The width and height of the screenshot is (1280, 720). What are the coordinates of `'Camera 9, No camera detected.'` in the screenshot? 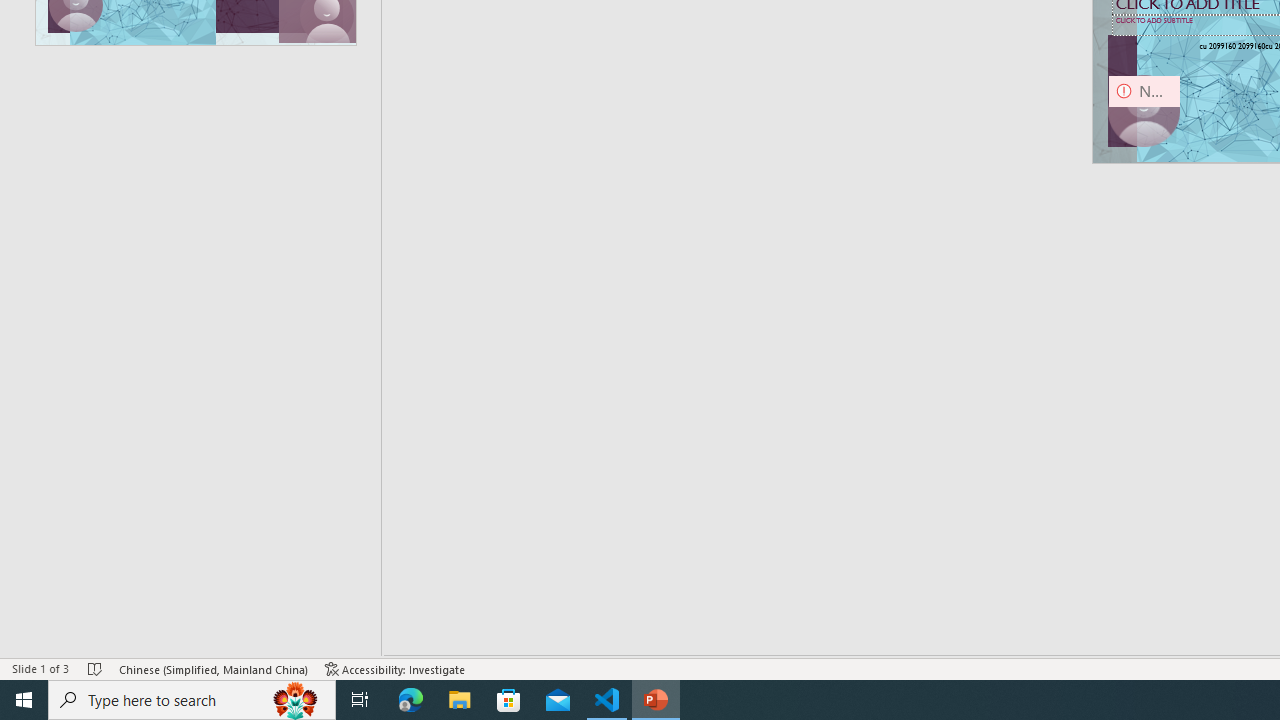 It's located at (1144, 111).